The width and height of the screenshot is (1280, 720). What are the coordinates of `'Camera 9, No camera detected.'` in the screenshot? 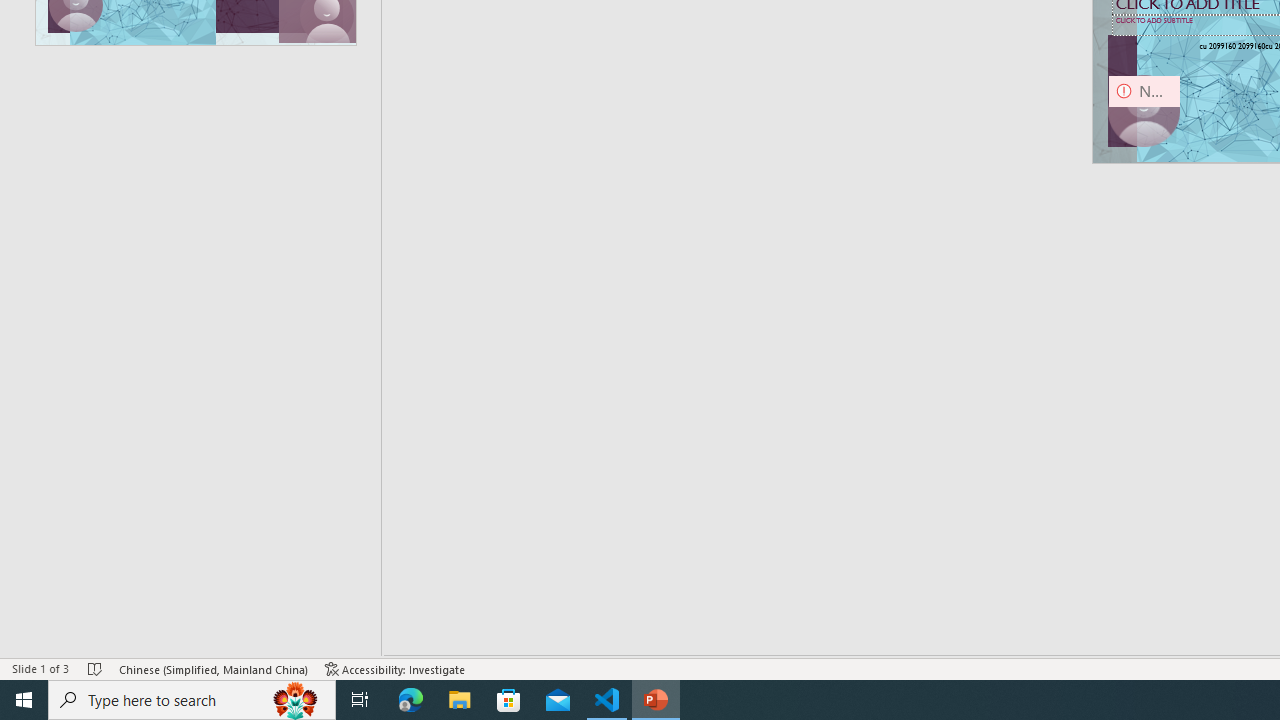 It's located at (1144, 111).